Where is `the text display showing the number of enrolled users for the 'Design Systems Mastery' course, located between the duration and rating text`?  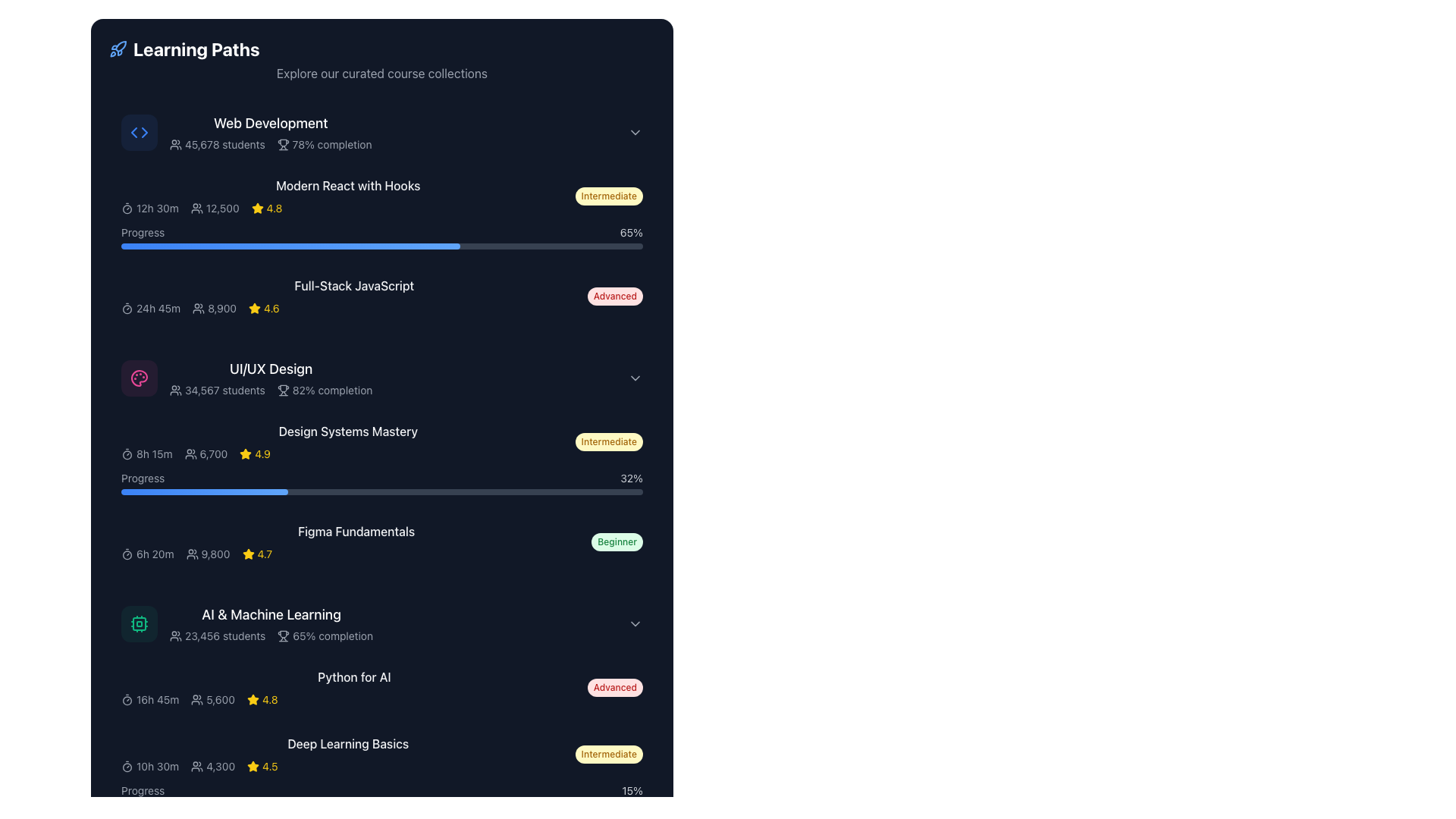 the text display showing the number of enrolled users for the 'Design Systems Mastery' course, located between the duration and rating text is located at coordinates (205, 453).